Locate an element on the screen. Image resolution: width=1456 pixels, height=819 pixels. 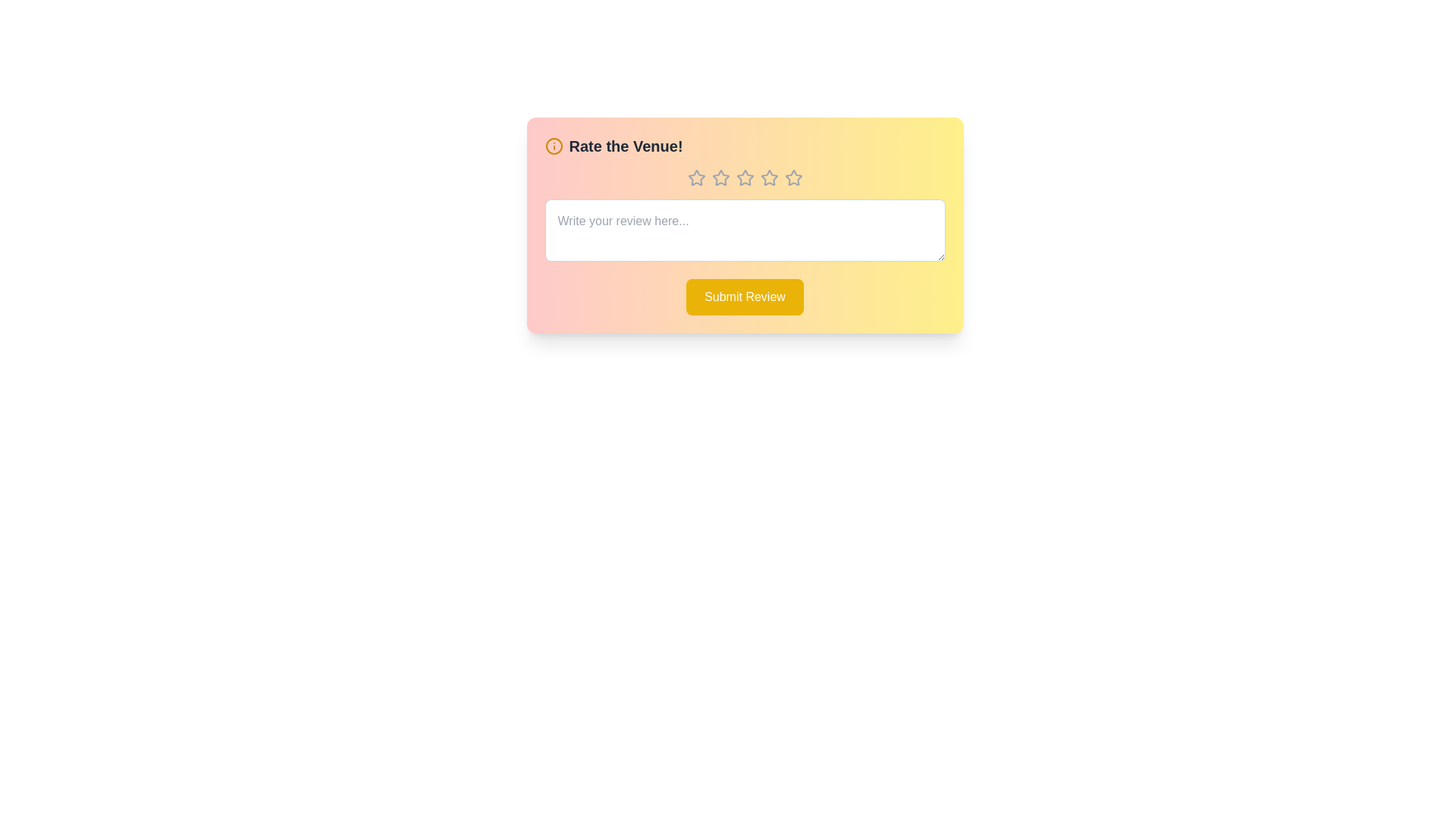
the rating to 4 stars by clicking on the corresponding star is located at coordinates (769, 177).